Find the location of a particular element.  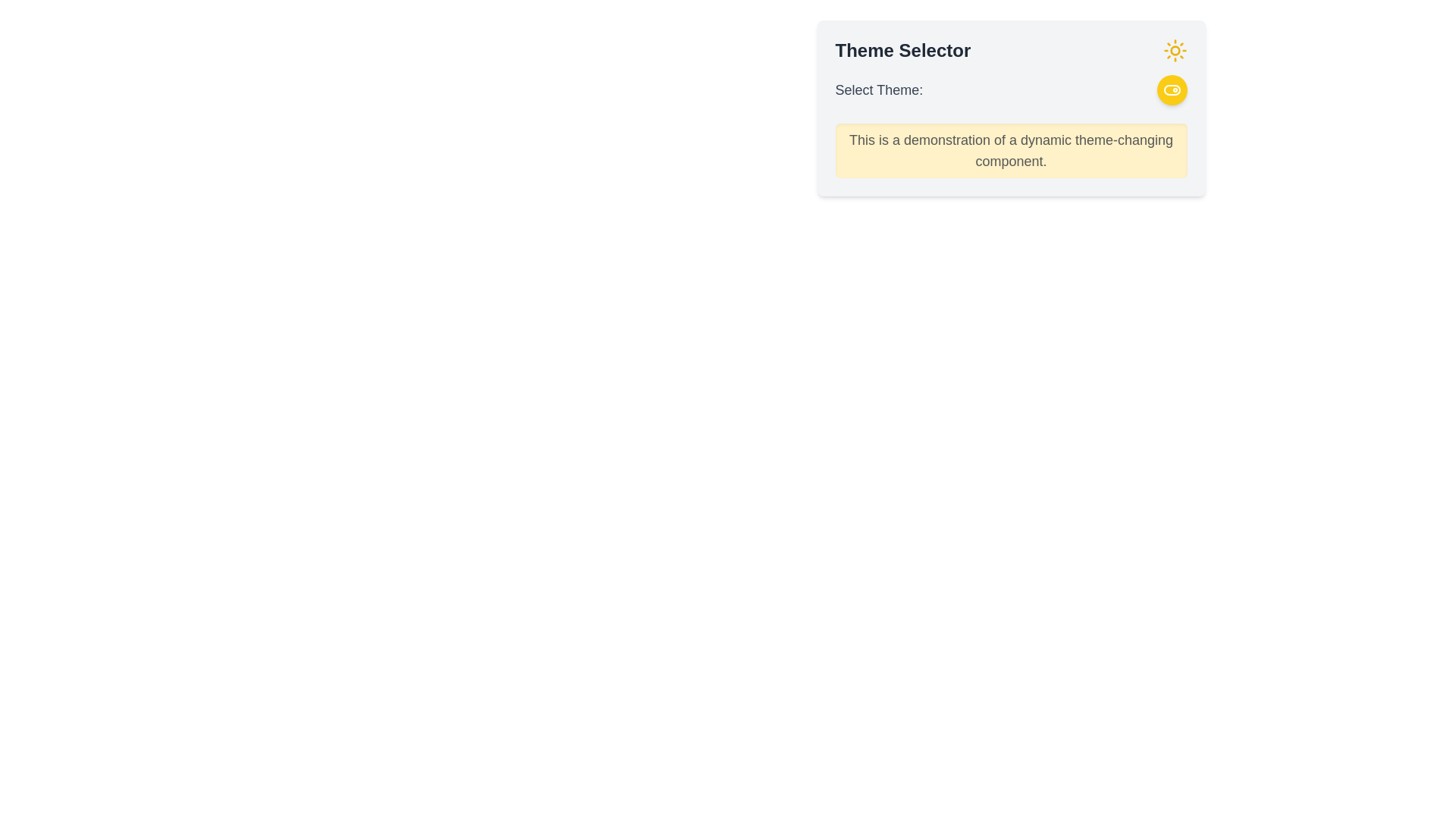

the solid circular shape at the center of the sun icon within the 'Theme Selector' panel is located at coordinates (1174, 49).